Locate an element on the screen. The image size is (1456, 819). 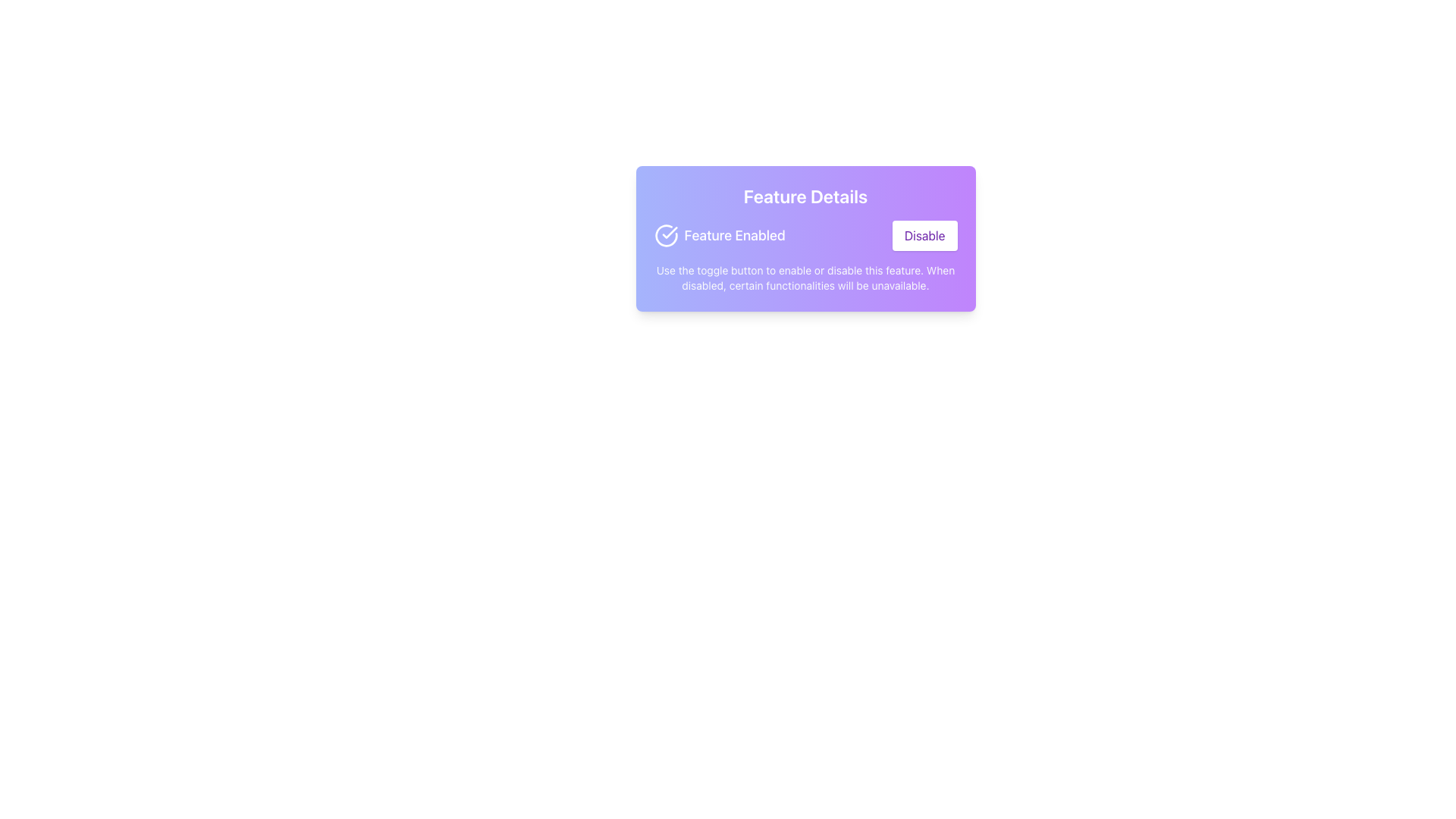
textual description of steps to toggle a feature, which is styled in a small gray font and is located in the third section of the card titled 'Feature Details' is located at coordinates (805, 278).